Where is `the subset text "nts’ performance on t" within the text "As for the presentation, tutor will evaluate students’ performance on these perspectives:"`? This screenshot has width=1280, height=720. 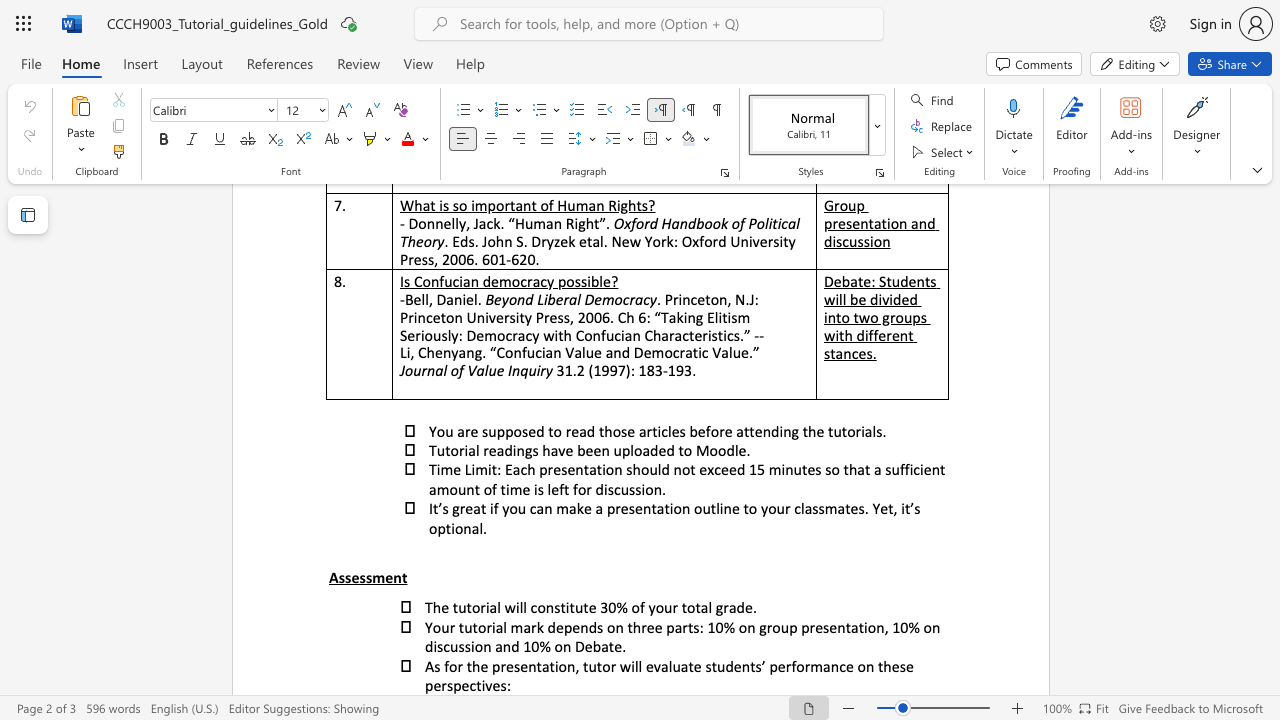 the subset text "nts’ performance on t" within the text "As for the presentation, tutor will evaluate students’ performance on these perspectives:" is located at coordinates (740, 666).